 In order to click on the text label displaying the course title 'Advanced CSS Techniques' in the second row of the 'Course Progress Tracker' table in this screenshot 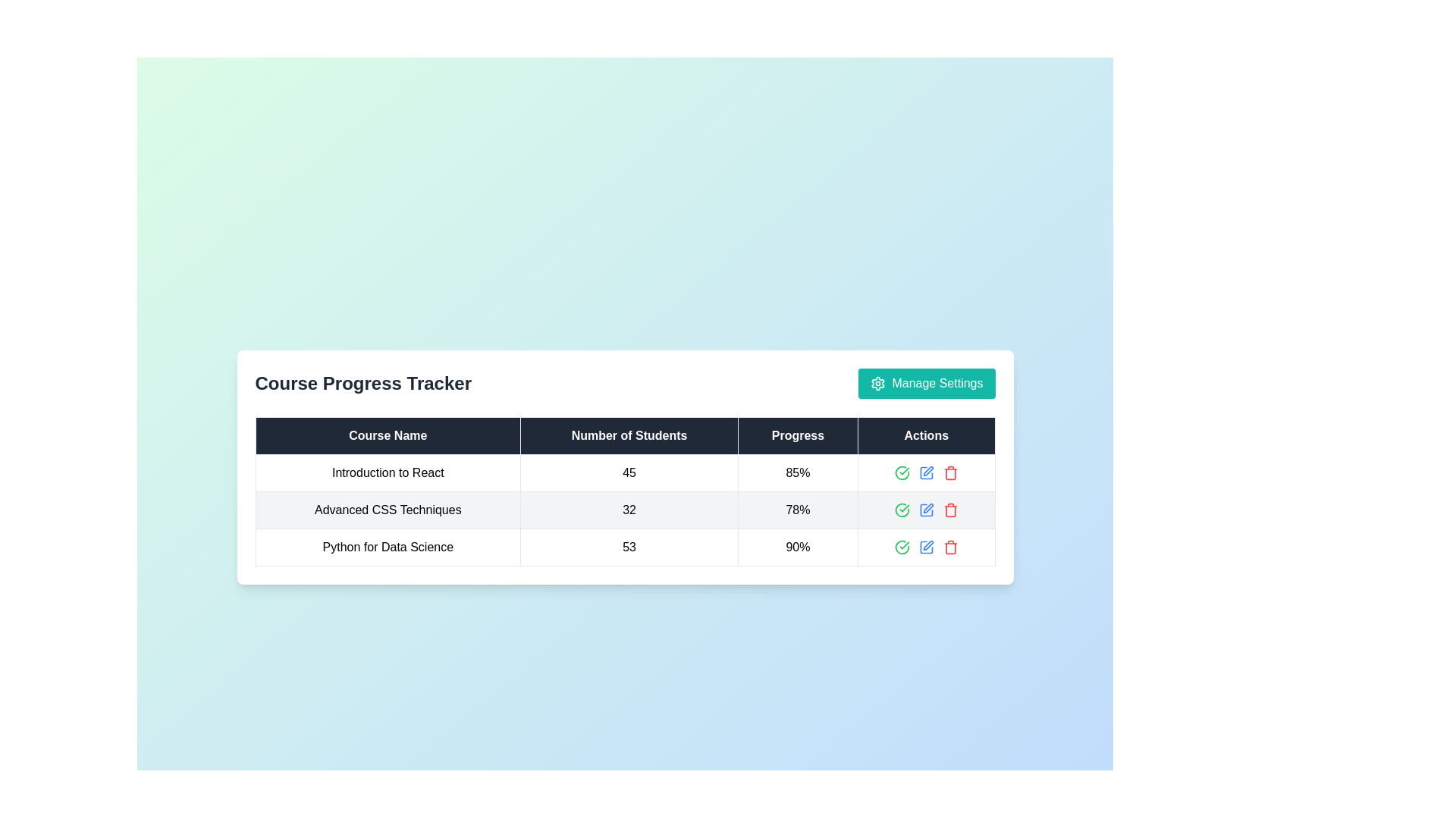, I will do `click(388, 510)`.